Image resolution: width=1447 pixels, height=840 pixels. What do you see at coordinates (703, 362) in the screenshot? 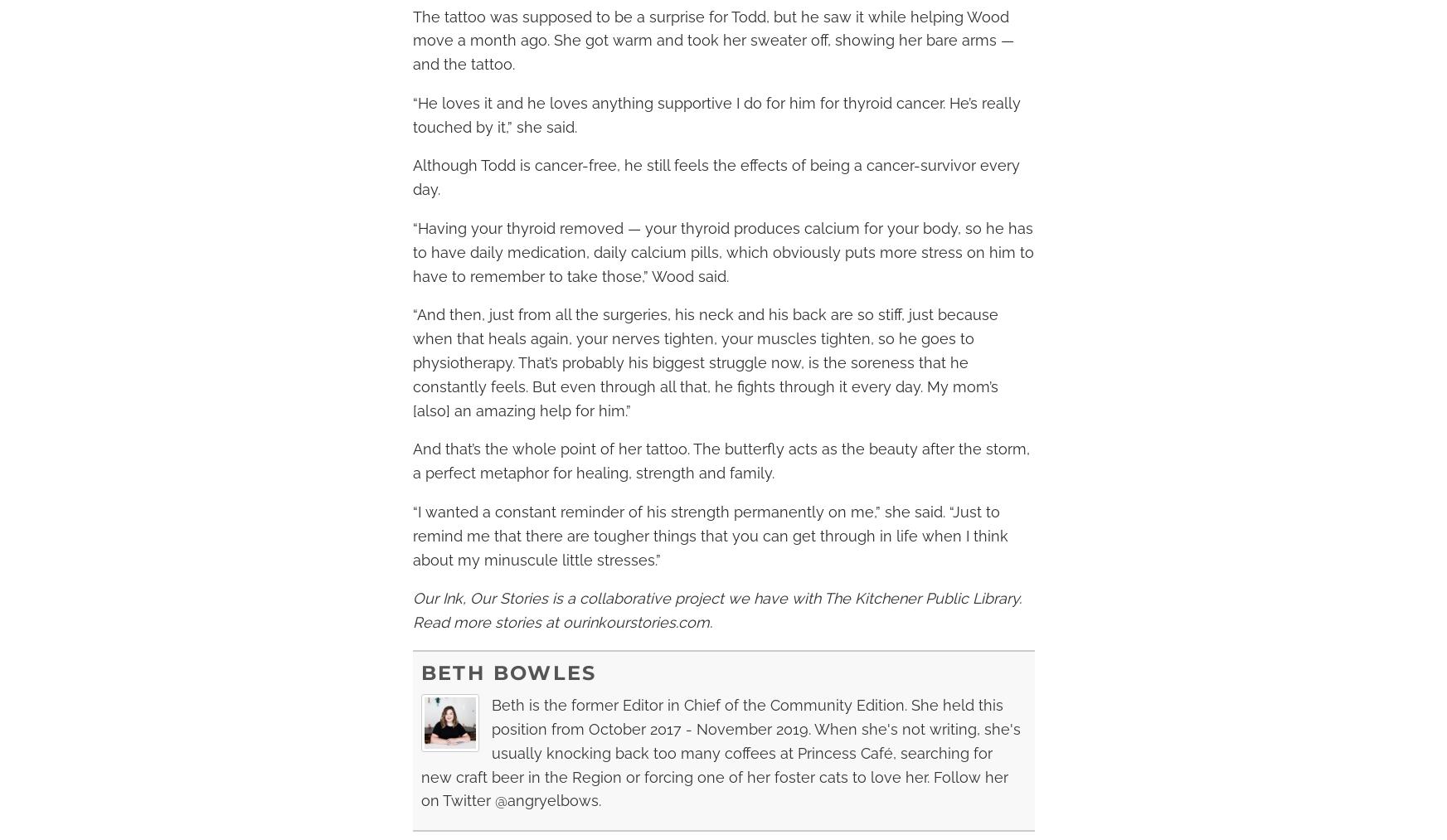
I see `'“And then, just from all the surgeries, his neck and his back are so stiff, just because when that heals again, your nerves tighten, your muscles tighten, so he goes to physiotherapy. That’s probably his biggest struggle now, is the soreness that he constantly feels. But even through all that, he fights through it every day. My mom’s [also] an amazing help for him.”'` at bounding box center [703, 362].